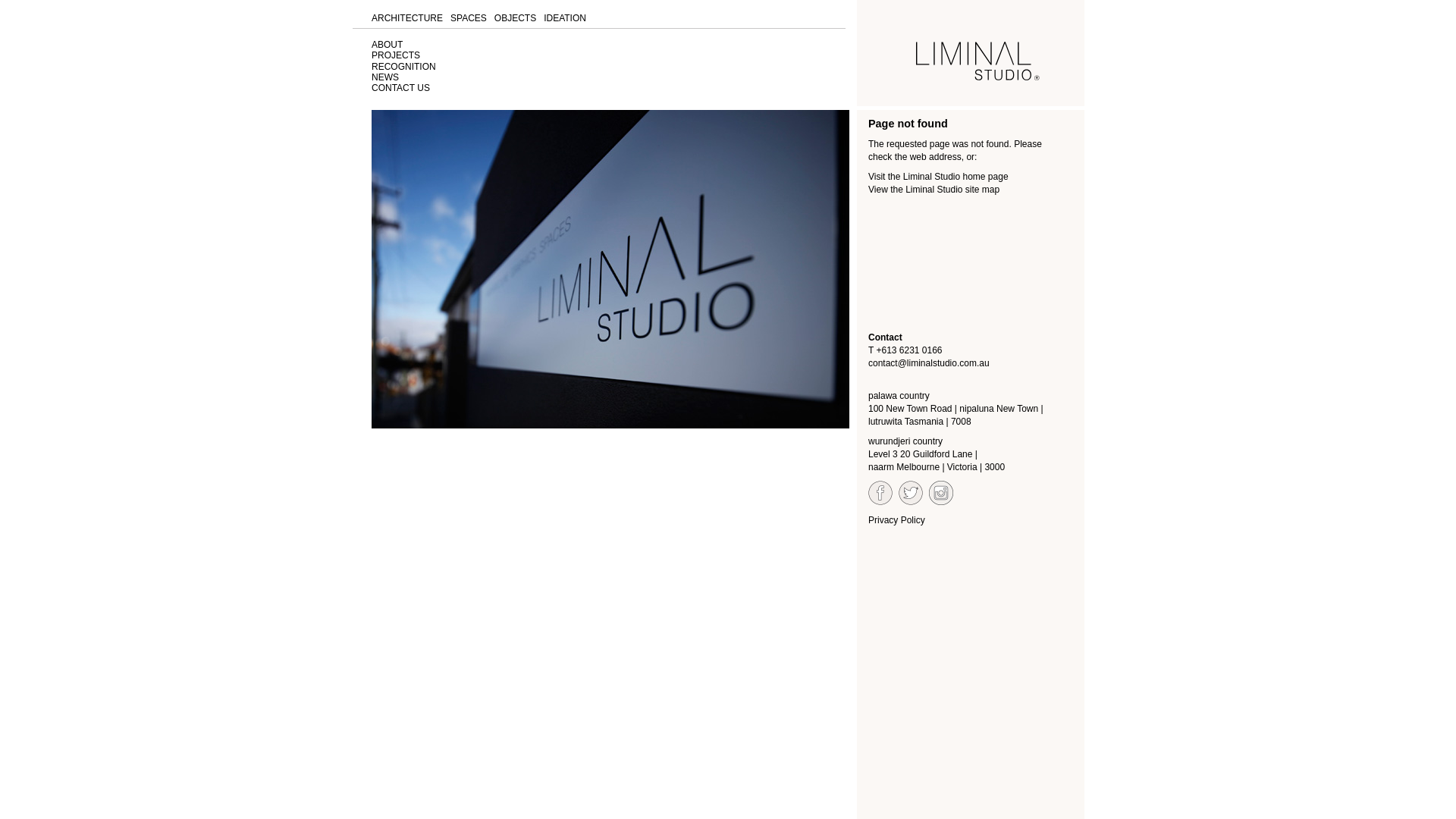  Describe the element at coordinates (868, 519) in the screenshot. I see `'Privacy Policy'` at that location.